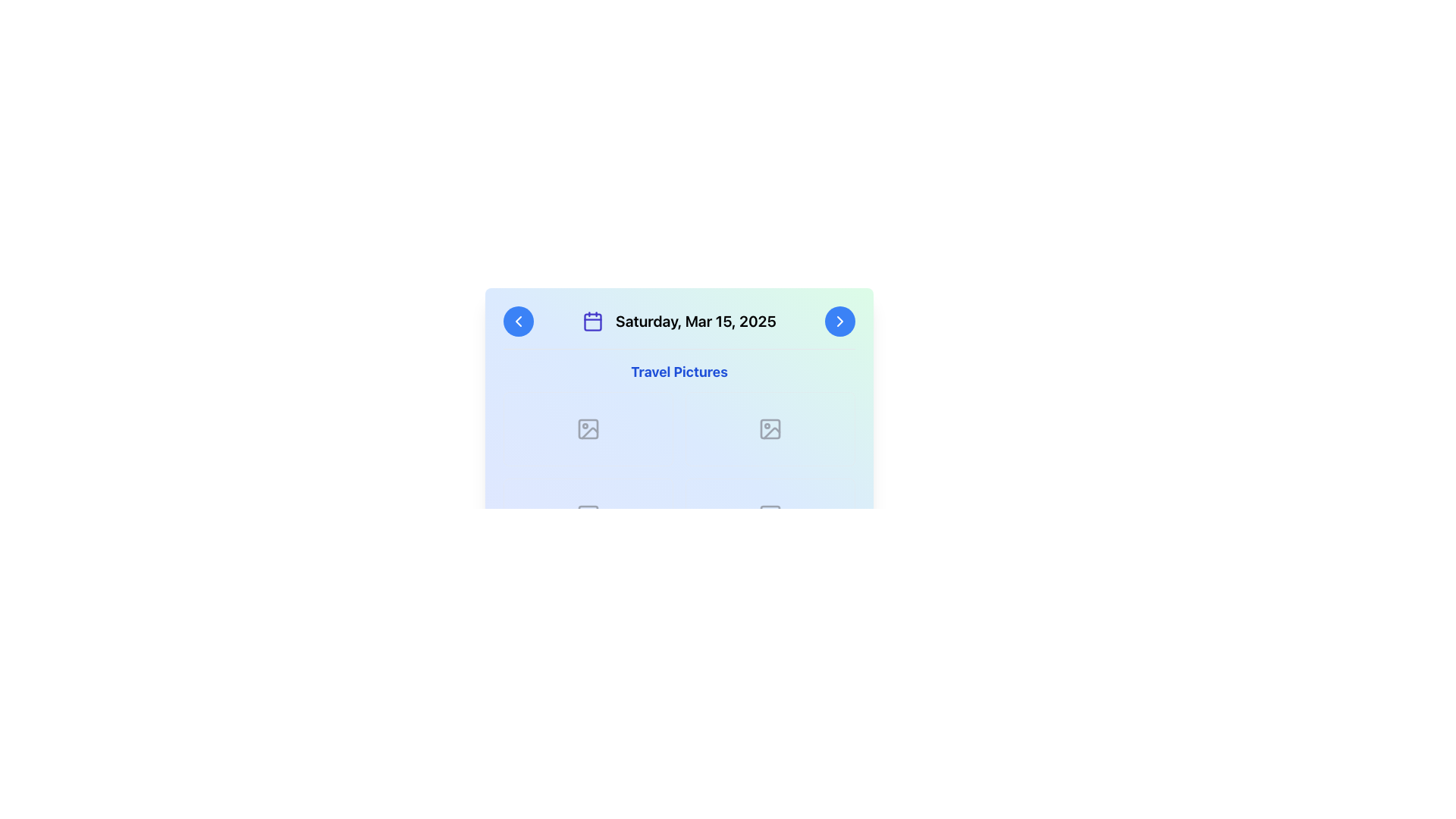 The image size is (1456, 819). What do you see at coordinates (519, 321) in the screenshot?
I see `the back navigation icon located inside the circular button on the far left of the header section` at bounding box center [519, 321].